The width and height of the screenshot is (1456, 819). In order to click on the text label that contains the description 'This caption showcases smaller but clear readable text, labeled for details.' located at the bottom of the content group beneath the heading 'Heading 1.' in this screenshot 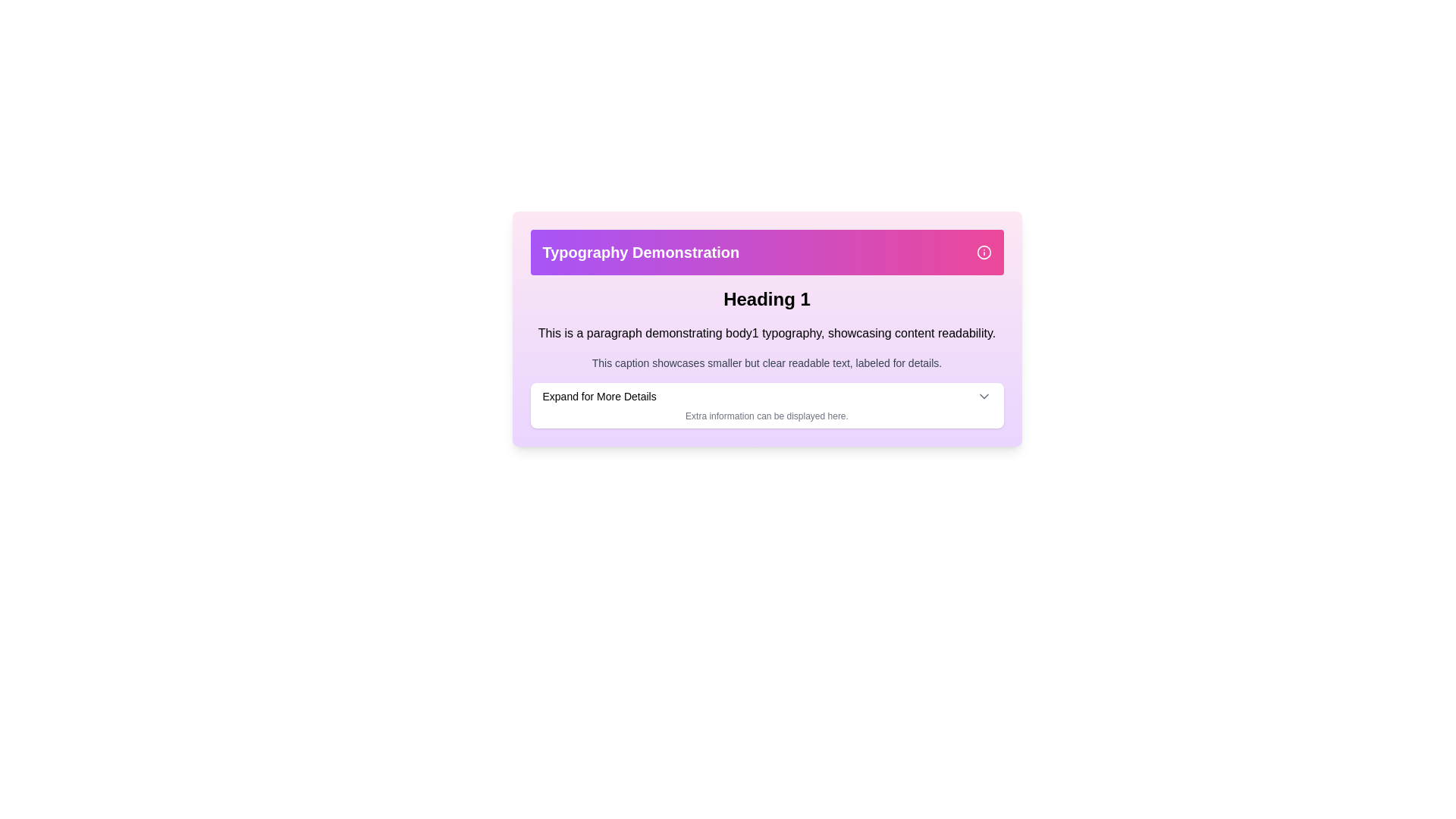, I will do `click(767, 362)`.